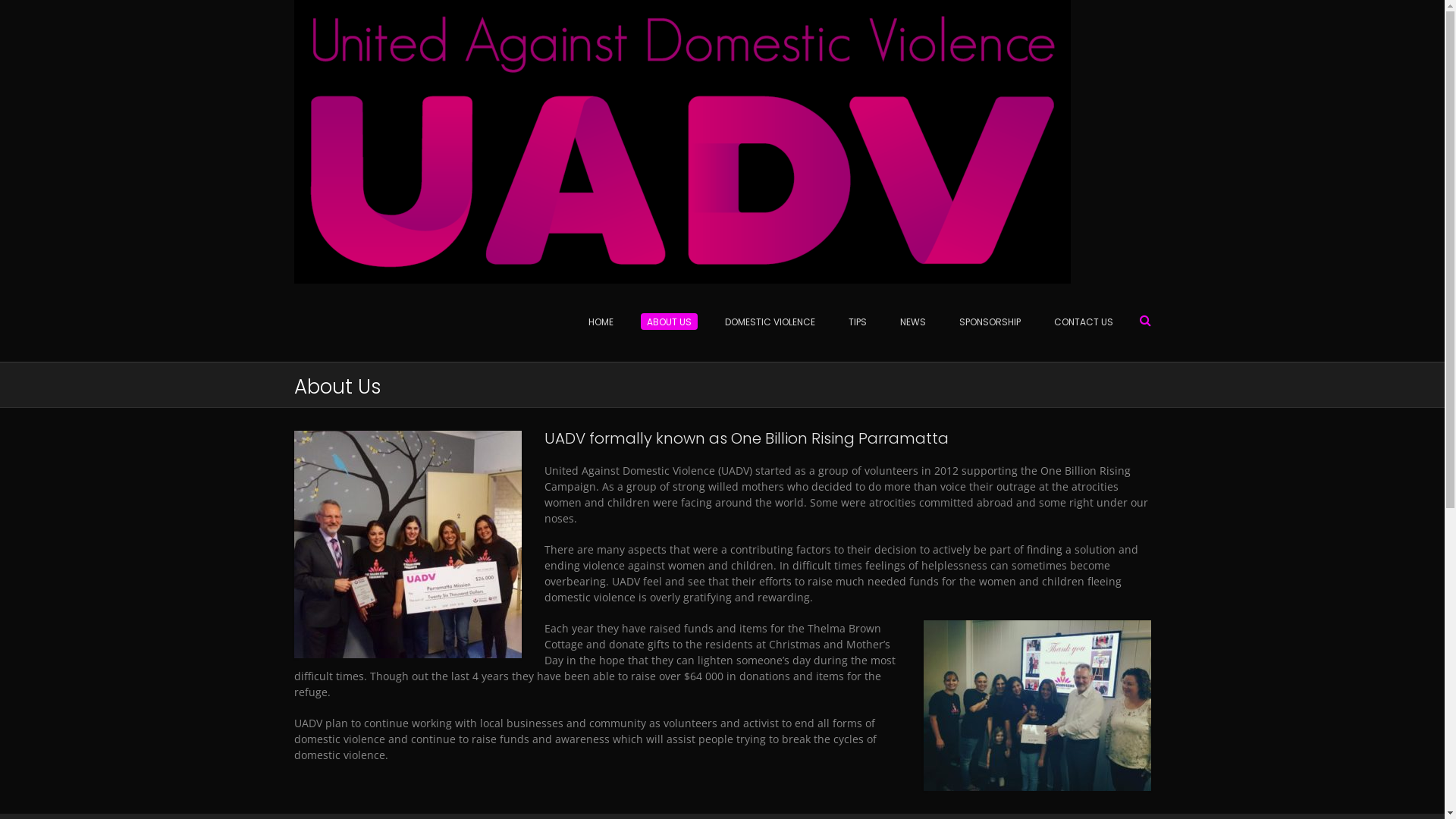 This screenshot has width=1456, height=819. I want to click on 'CONTACT US', so click(1037, 322).